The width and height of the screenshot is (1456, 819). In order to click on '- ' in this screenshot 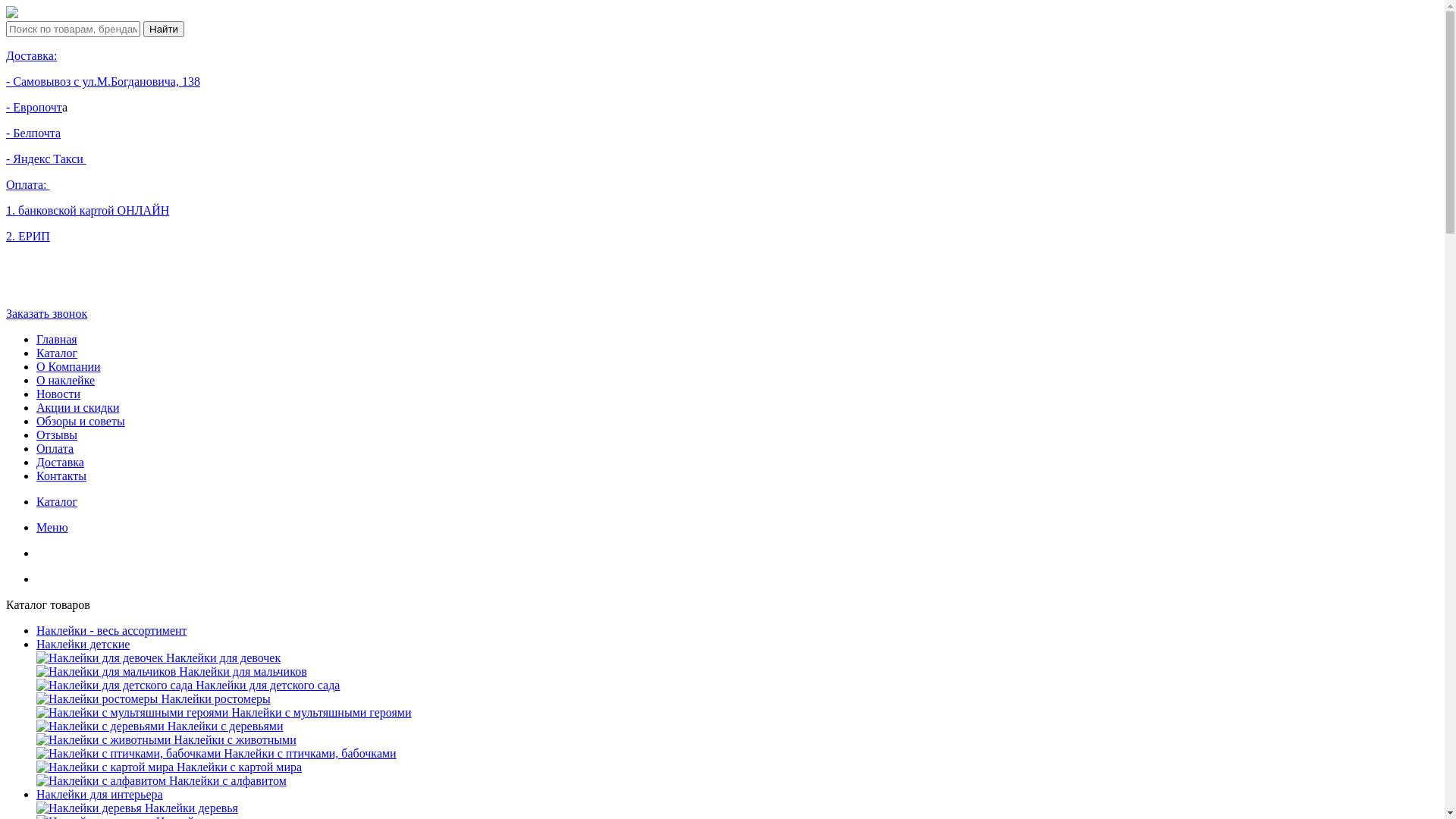, I will do `click(9, 106)`.